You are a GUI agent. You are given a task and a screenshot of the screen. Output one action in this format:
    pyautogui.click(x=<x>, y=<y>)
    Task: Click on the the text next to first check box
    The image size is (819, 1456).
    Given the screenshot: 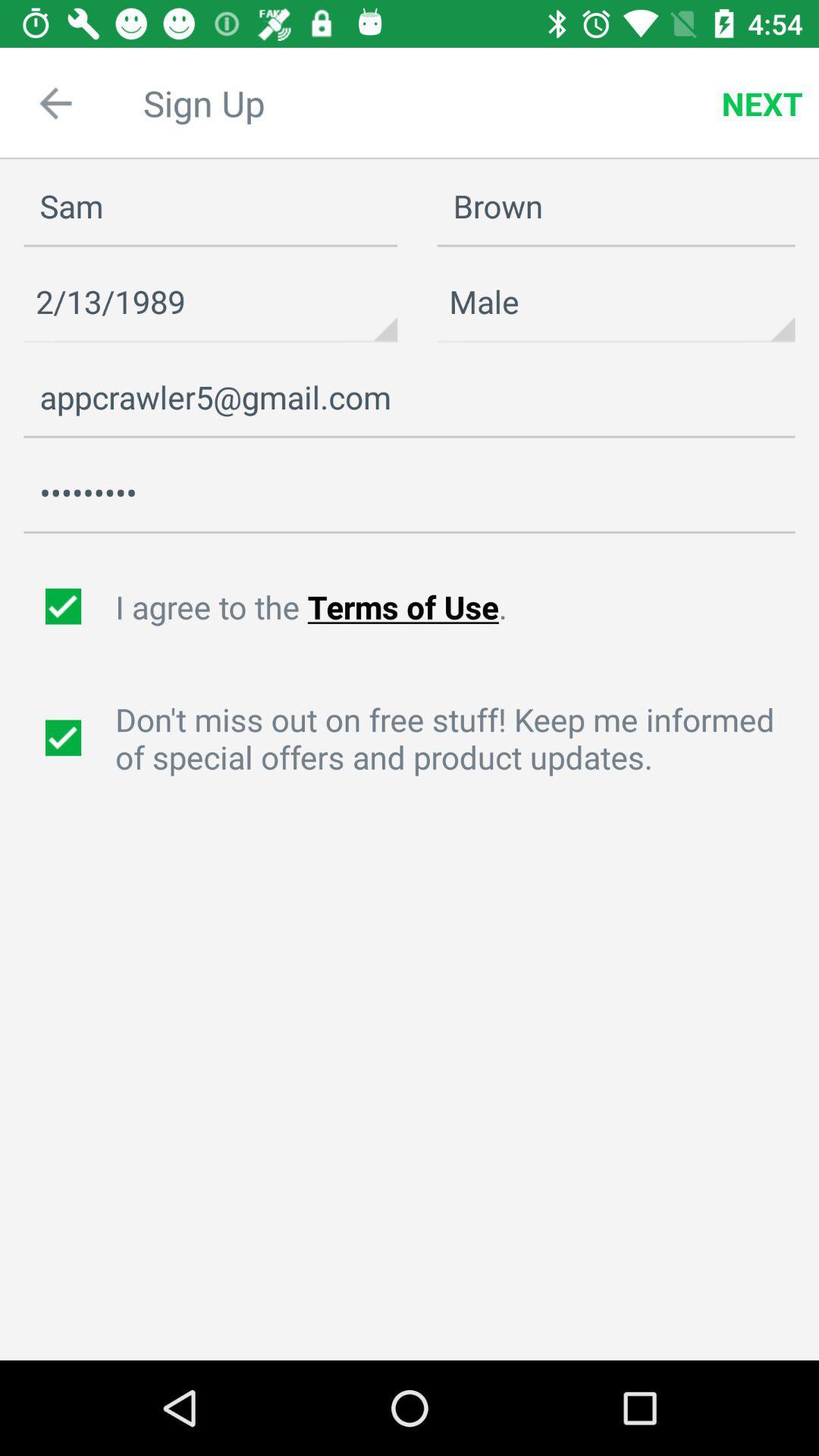 What is the action you would take?
    pyautogui.click(x=458, y=607)
    